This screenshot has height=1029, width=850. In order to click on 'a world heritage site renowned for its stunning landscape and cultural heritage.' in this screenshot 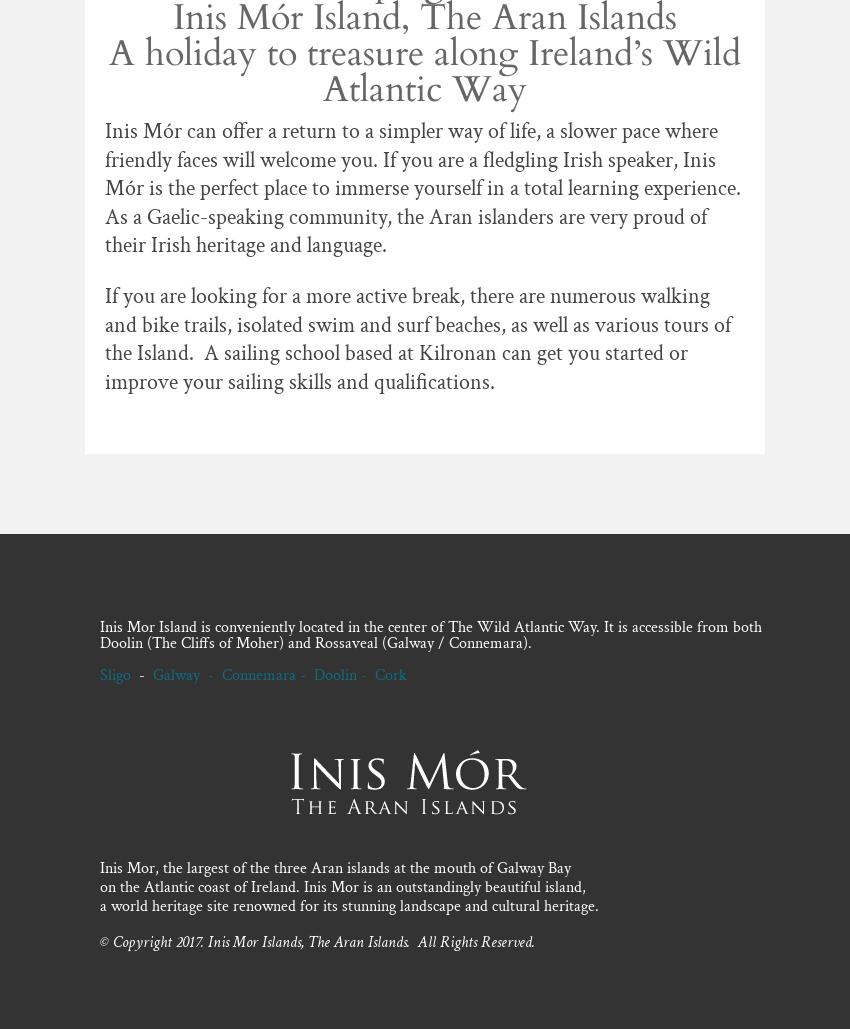, I will do `click(348, 906)`.